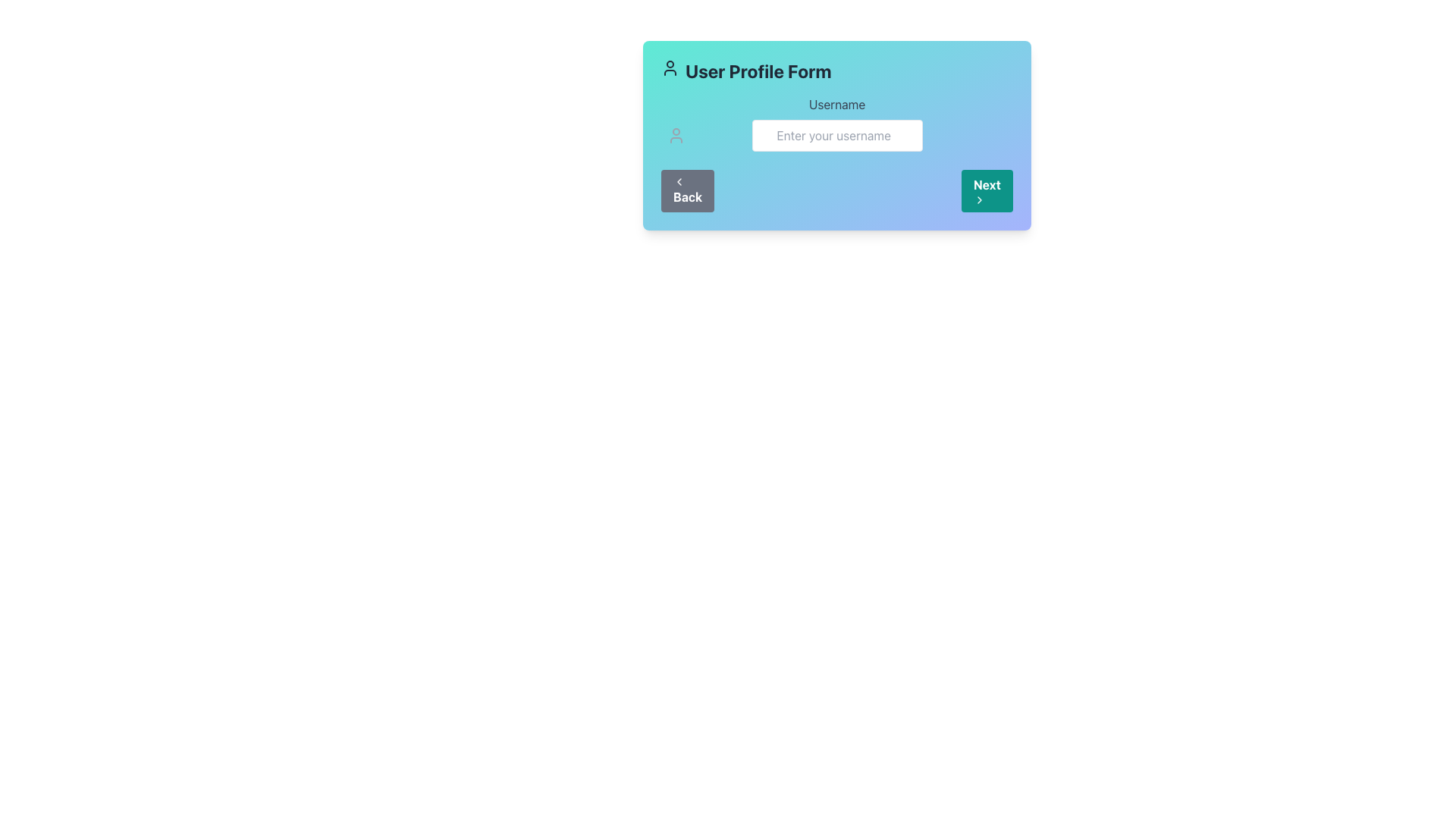 The image size is (1456, 819). I want to click on the chevron arrow icon located at the rightmost end of the 'Next' button with white text on a teal-green background, so click(979, 199).